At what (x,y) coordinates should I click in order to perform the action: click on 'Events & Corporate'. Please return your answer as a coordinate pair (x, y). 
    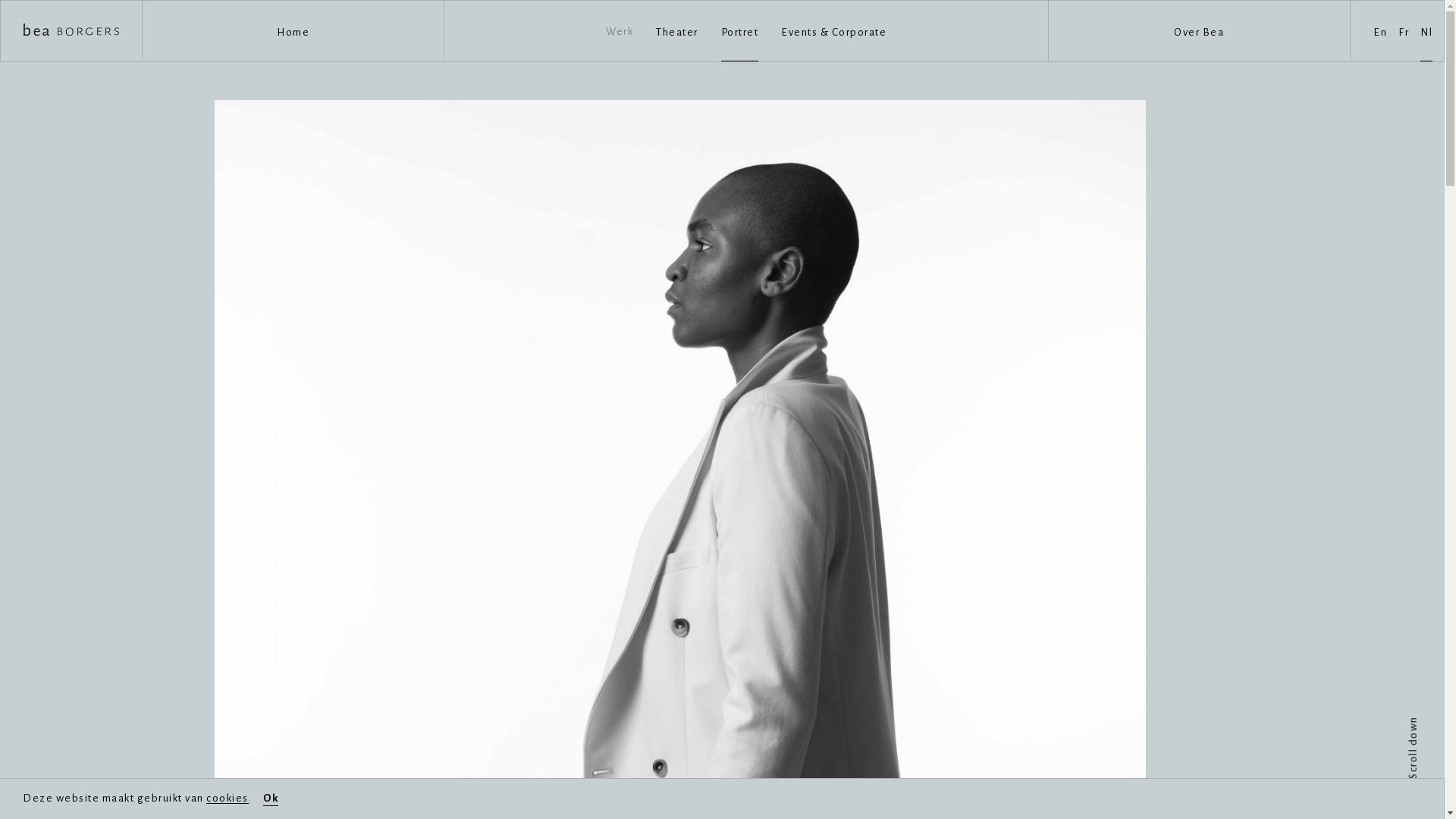
    Looking at the image, I should click on (833, 30).